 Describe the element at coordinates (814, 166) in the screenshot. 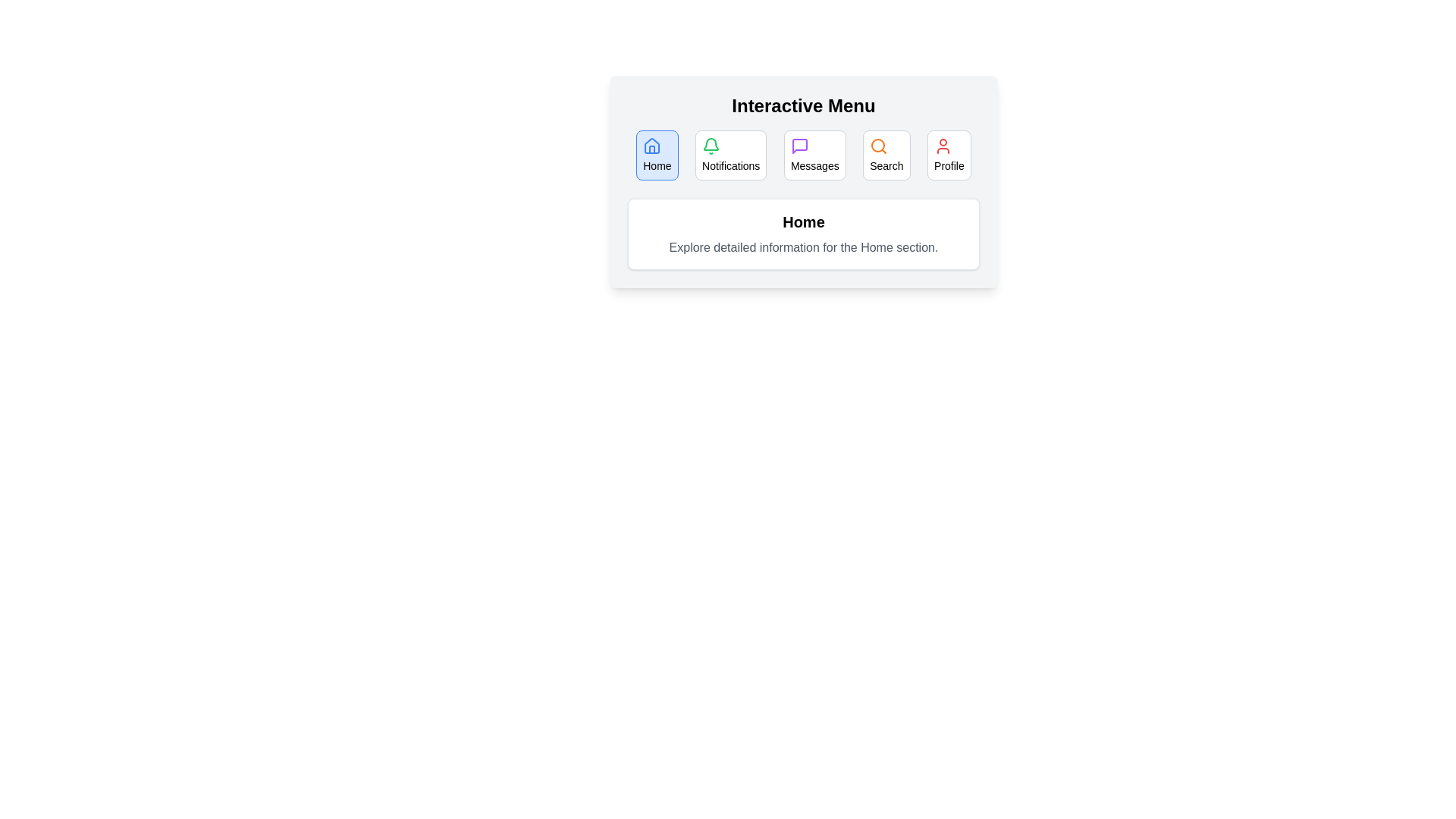

I see `descriptive text label for the 'Messages' button located in the middle of the horizontal menu, positioned just below the messages icon` at that location.